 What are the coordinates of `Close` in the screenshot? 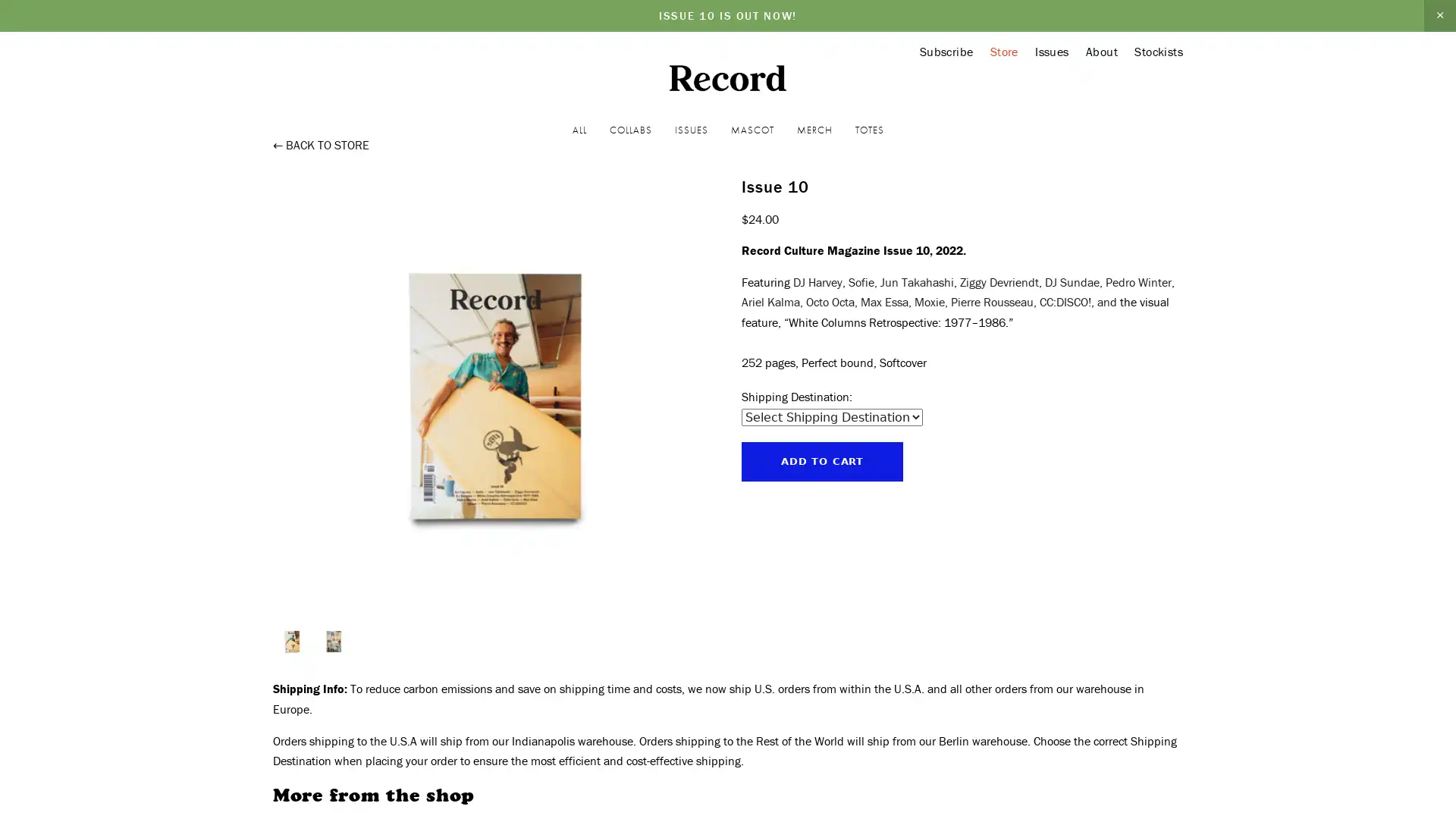 It's located at (1437, 681).